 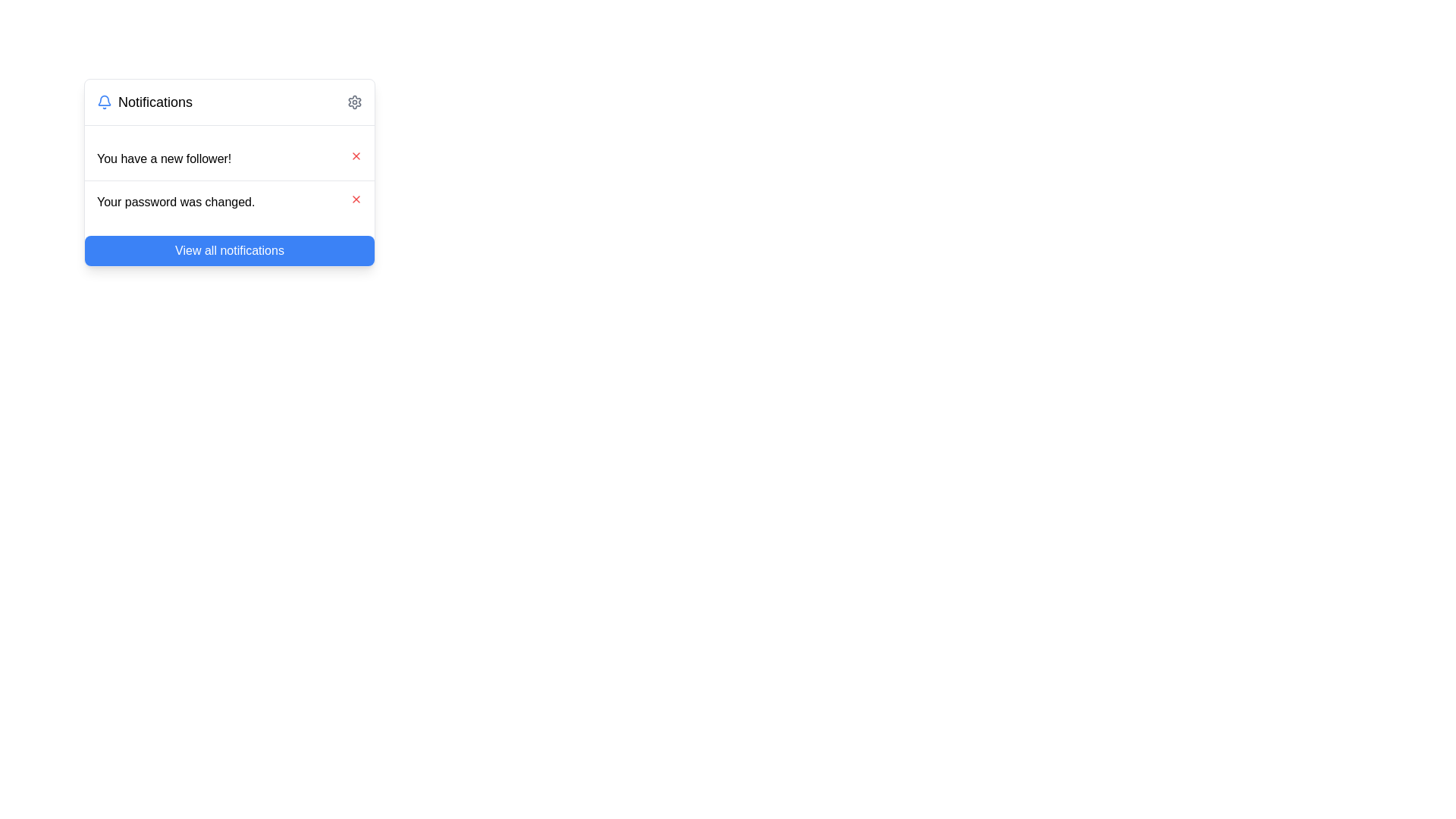 I want to click on the icon button located at the far-right end of the second-line item in the notification list, so click(x=356, y=198).